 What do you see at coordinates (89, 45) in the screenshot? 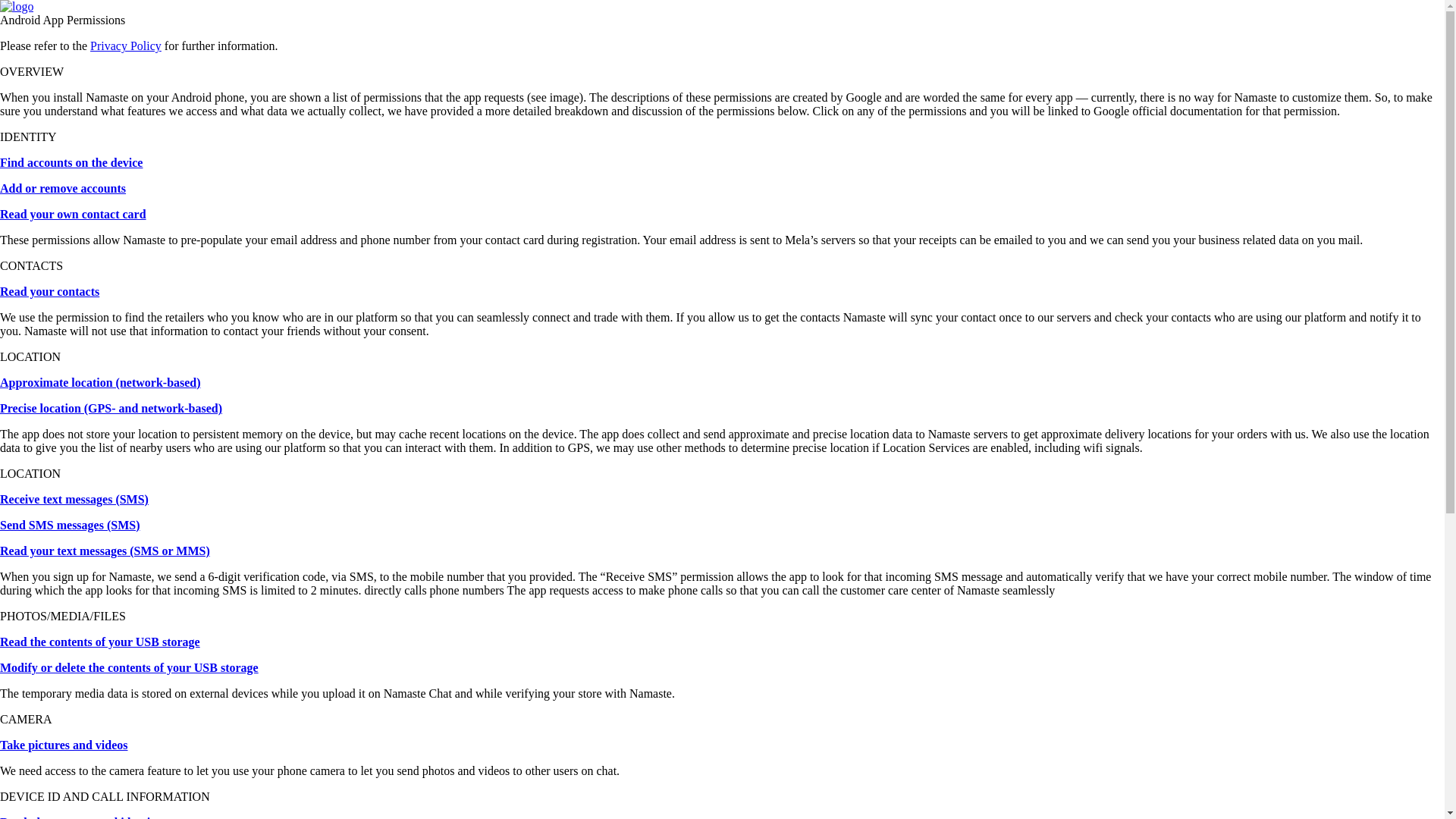
I see `'Privacy Policy'` at bounding box center [89, 45].